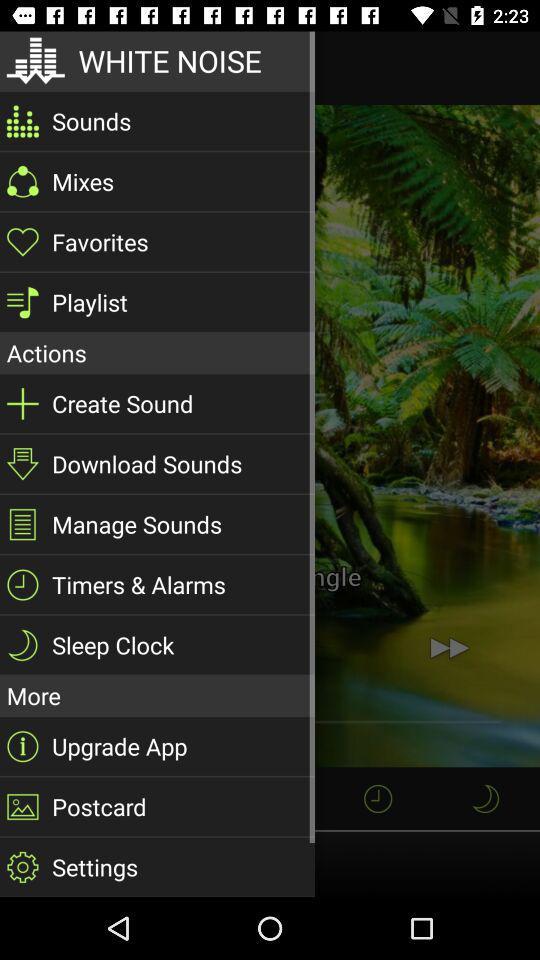 The height and width of the screenshot is (960, 540). What do you see at coordinates (378, 798) in the screenshot?
I see `the time icon` at bounding box center [378, 798].